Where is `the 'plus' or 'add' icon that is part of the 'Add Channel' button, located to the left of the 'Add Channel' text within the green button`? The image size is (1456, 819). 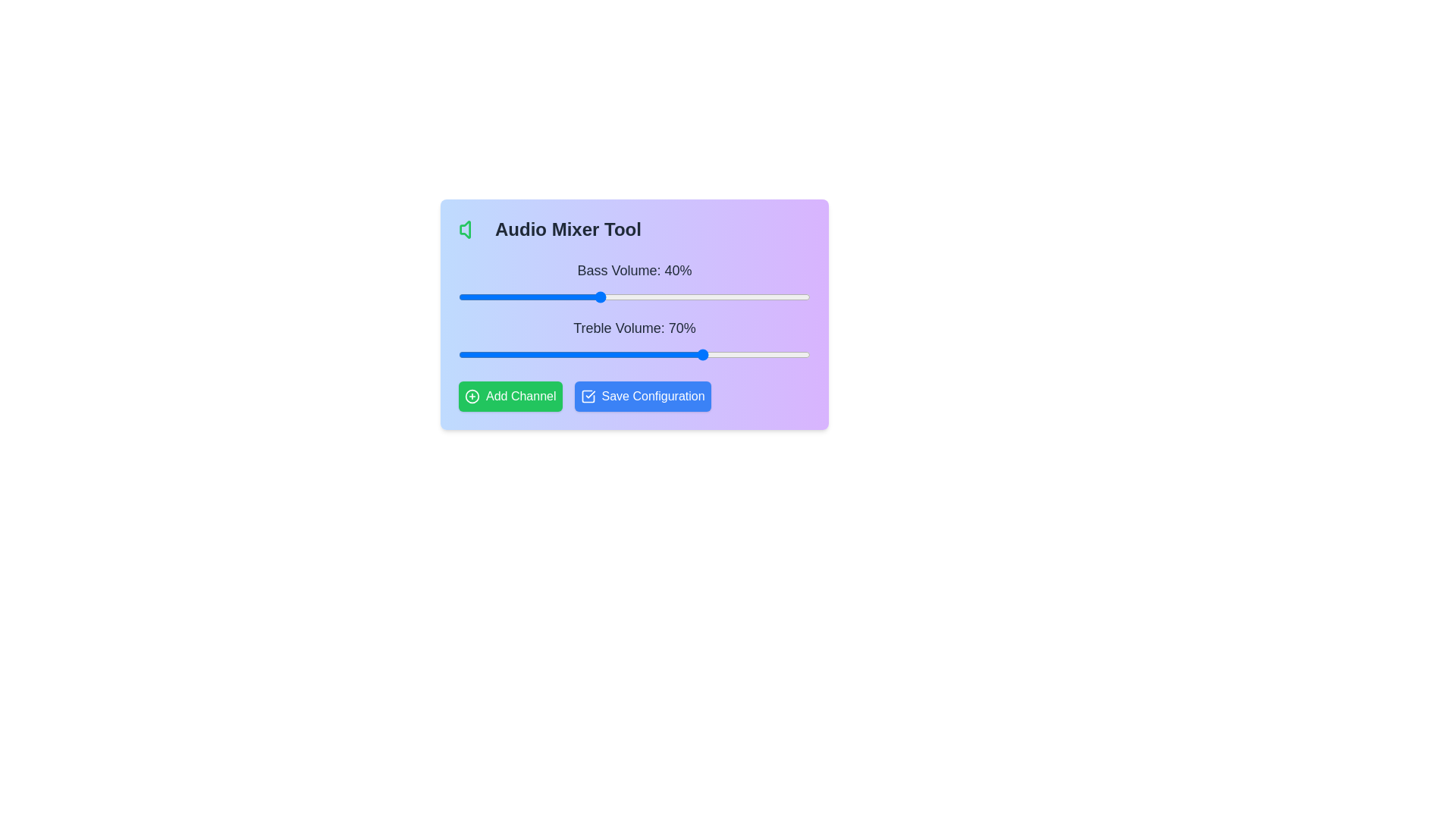 the 'plus' or 'add' icon that is part of the 'Add Channel' button, located to the left of the 'Add Channel' text within the green button is located at coordinates (472, 396).